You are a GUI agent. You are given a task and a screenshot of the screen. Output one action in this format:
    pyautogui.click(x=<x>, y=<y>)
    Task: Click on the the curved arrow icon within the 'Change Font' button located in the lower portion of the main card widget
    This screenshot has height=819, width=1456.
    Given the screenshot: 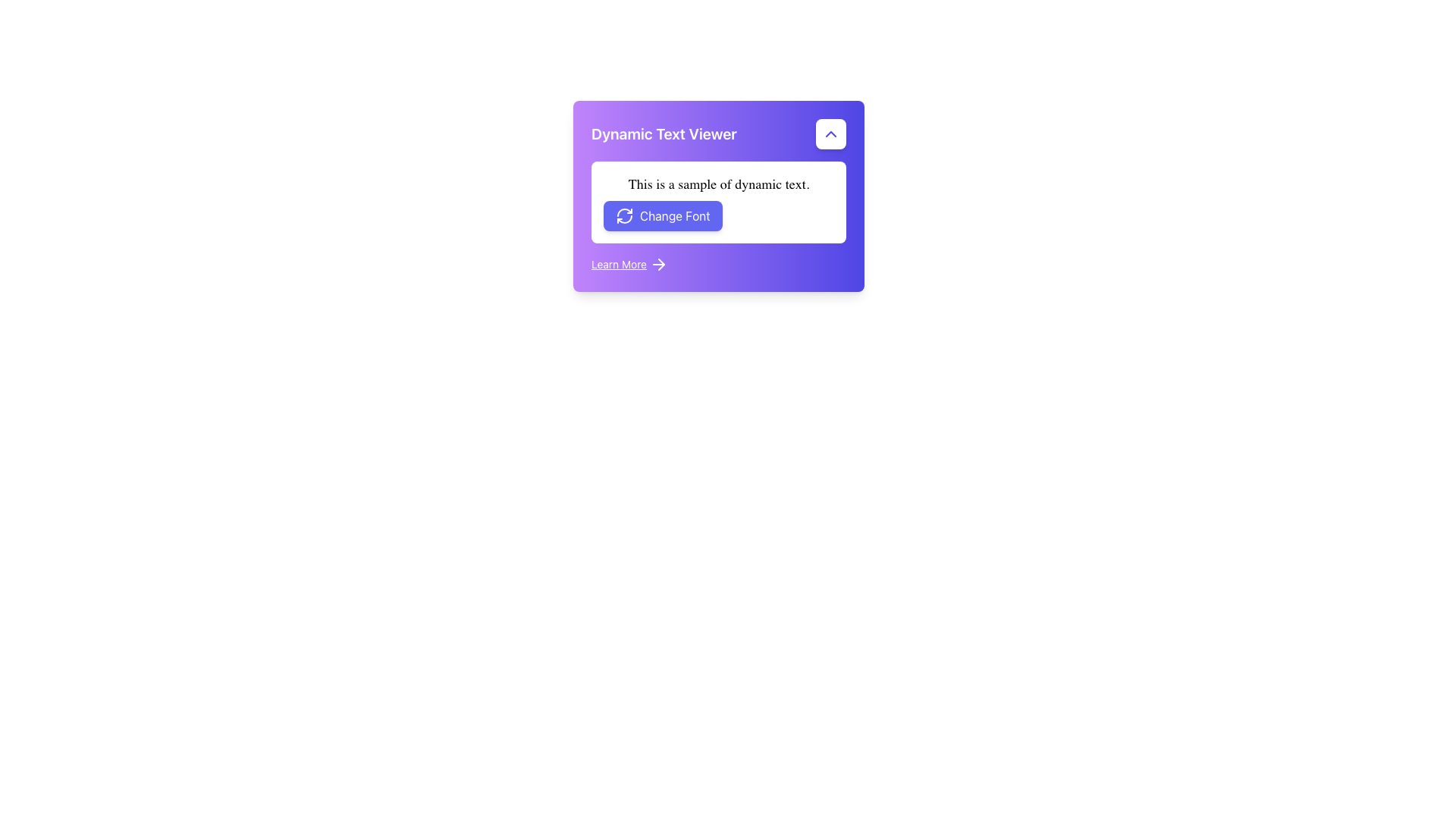 What is the action you would take?
    pyautogui.click(x=625, y=219)
    